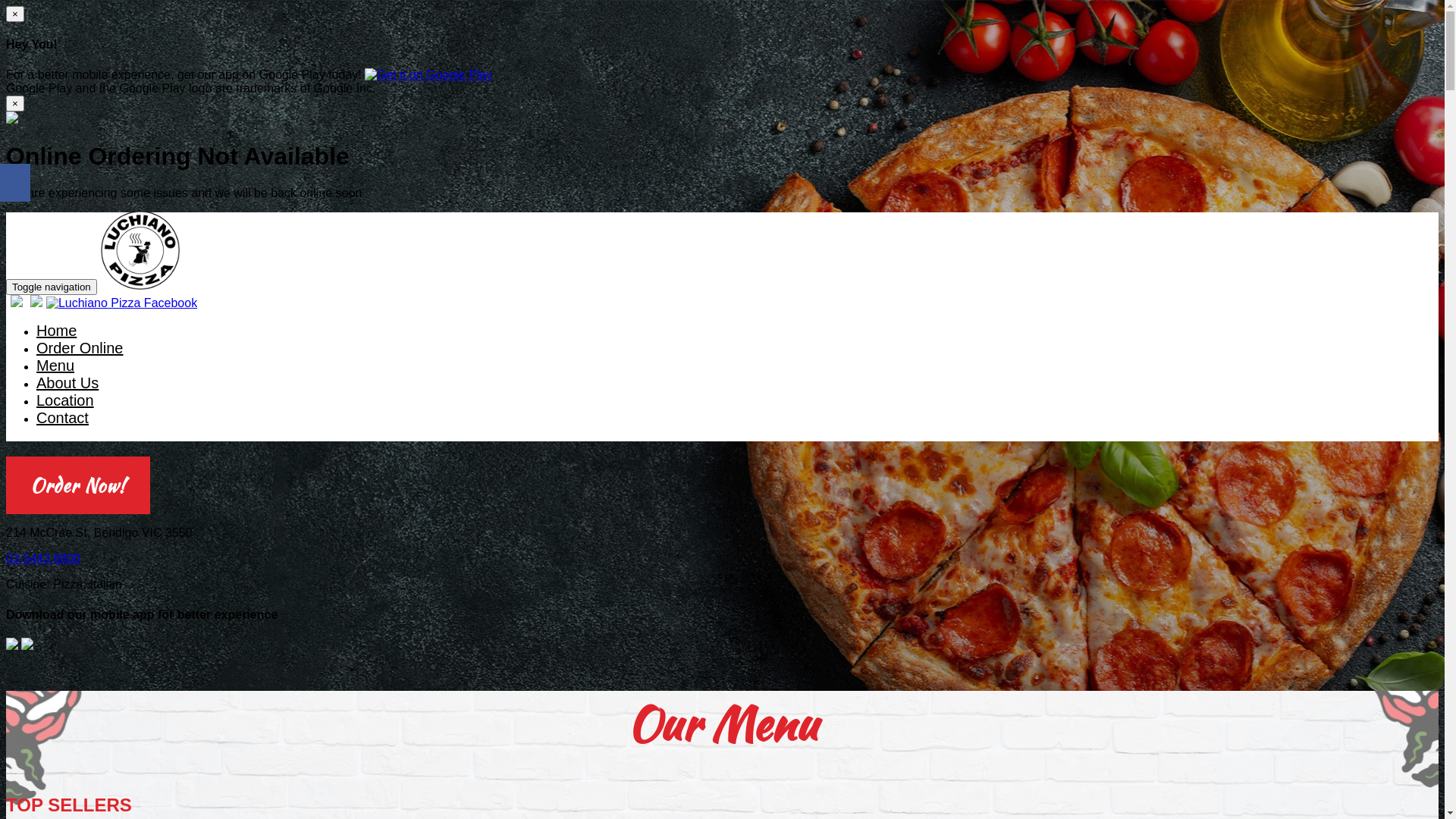 Image resolution: width=1456 pixels, height=819 pixels. What do you see at coordinates (43, 558) in the screenshot?
I see `'03 5443 8800'` at bounding box center [43, 558].